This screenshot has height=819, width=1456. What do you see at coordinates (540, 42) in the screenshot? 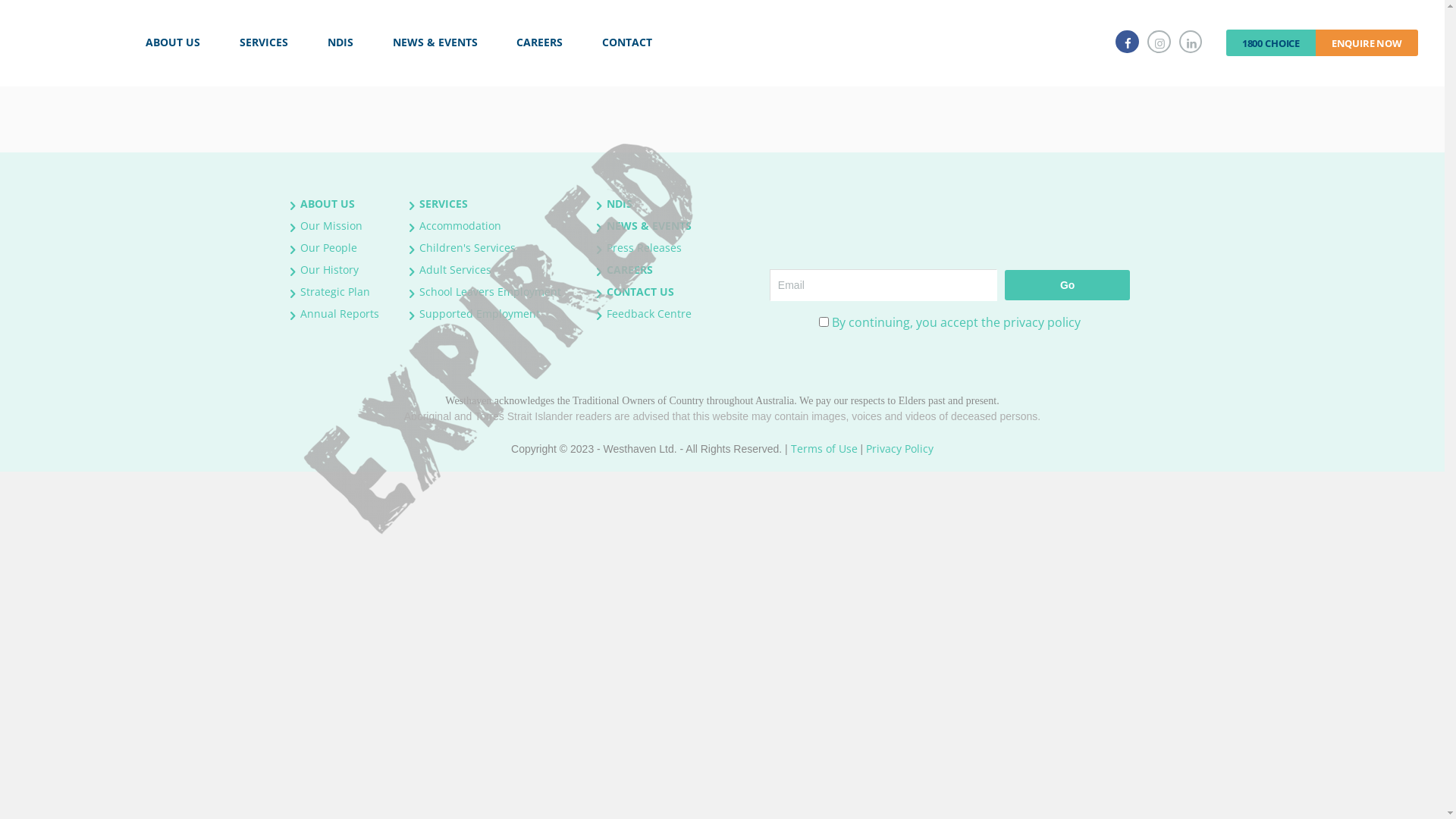
I see `'CAREERS'` at bounding box center [540, 42].